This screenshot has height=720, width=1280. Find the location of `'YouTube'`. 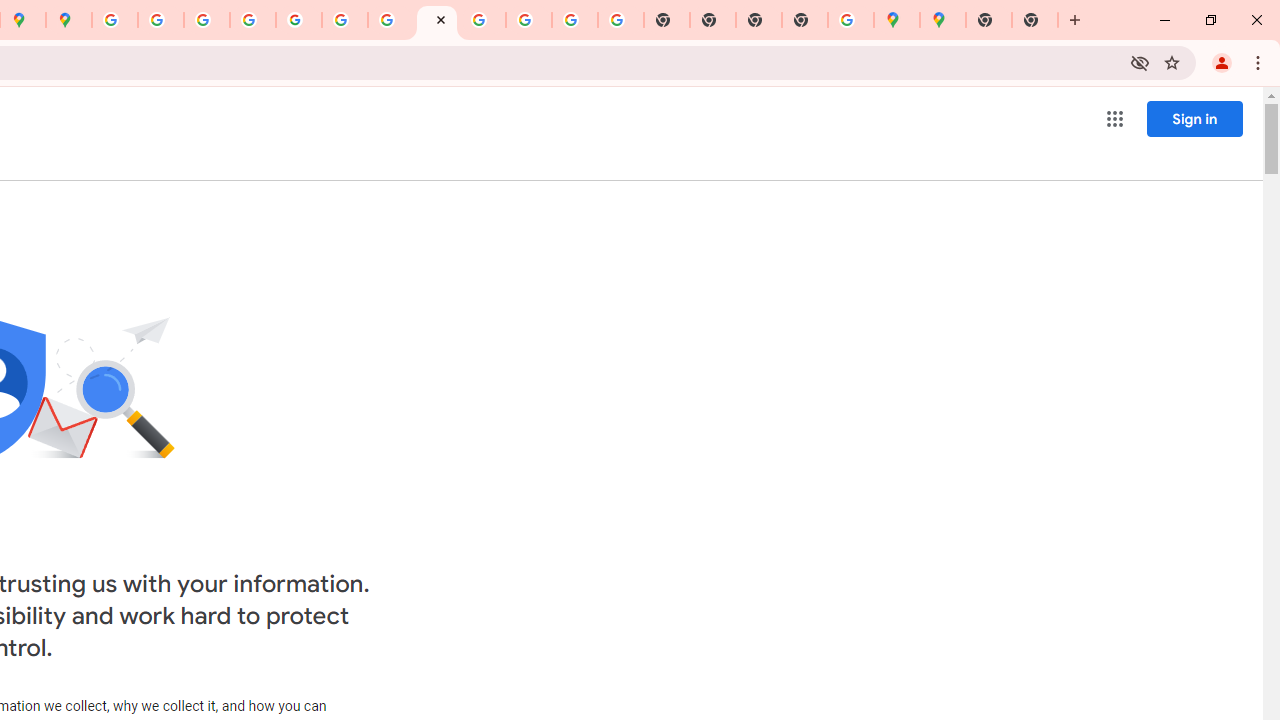

'YouTube' is located at coordinates (345, 20).